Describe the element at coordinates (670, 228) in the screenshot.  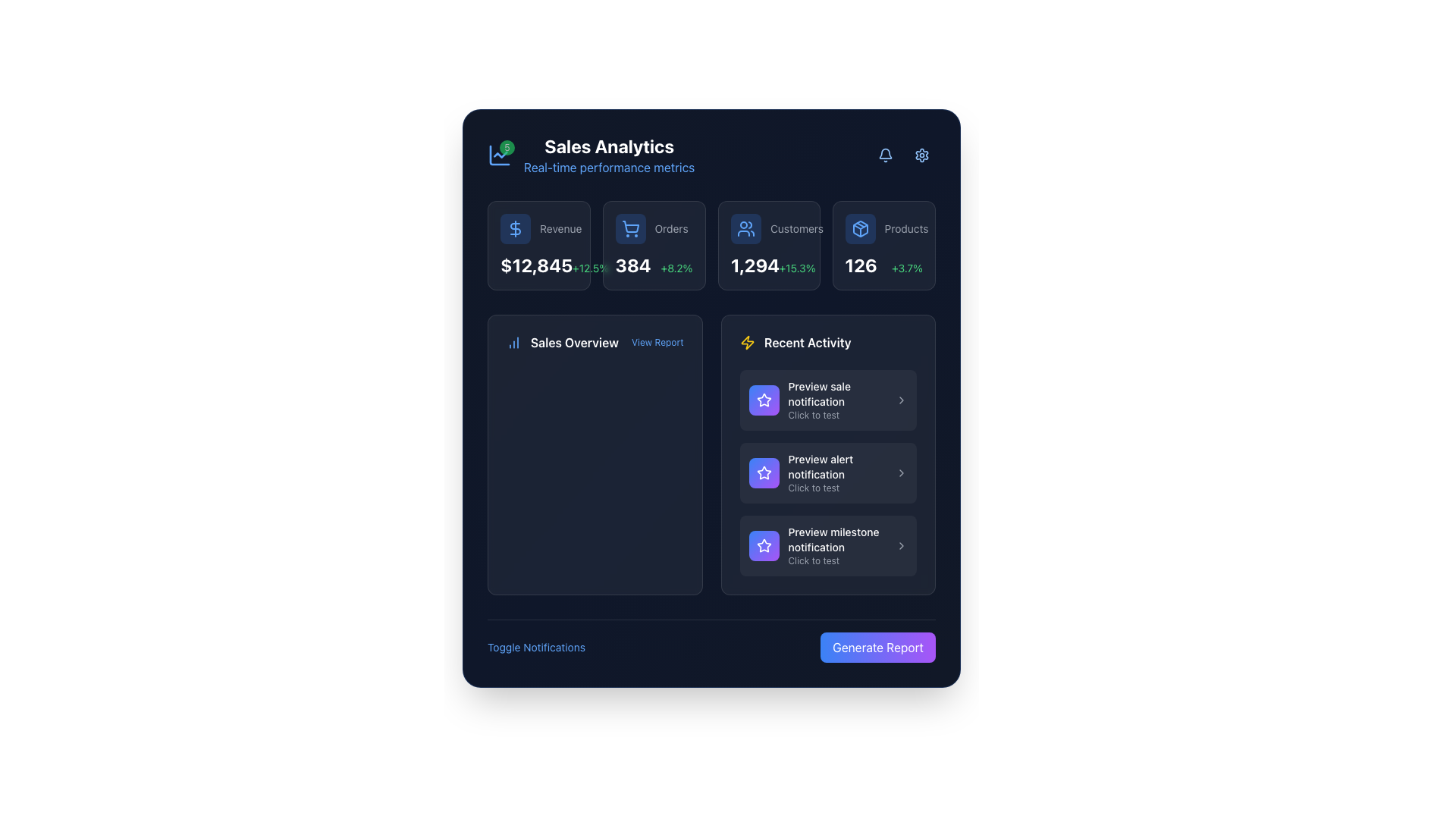
I see `the text label displaying 'Orders', which is a small, gray-colored font located to the right of a shopping cart icon in the top-center section of the interface` at that location.